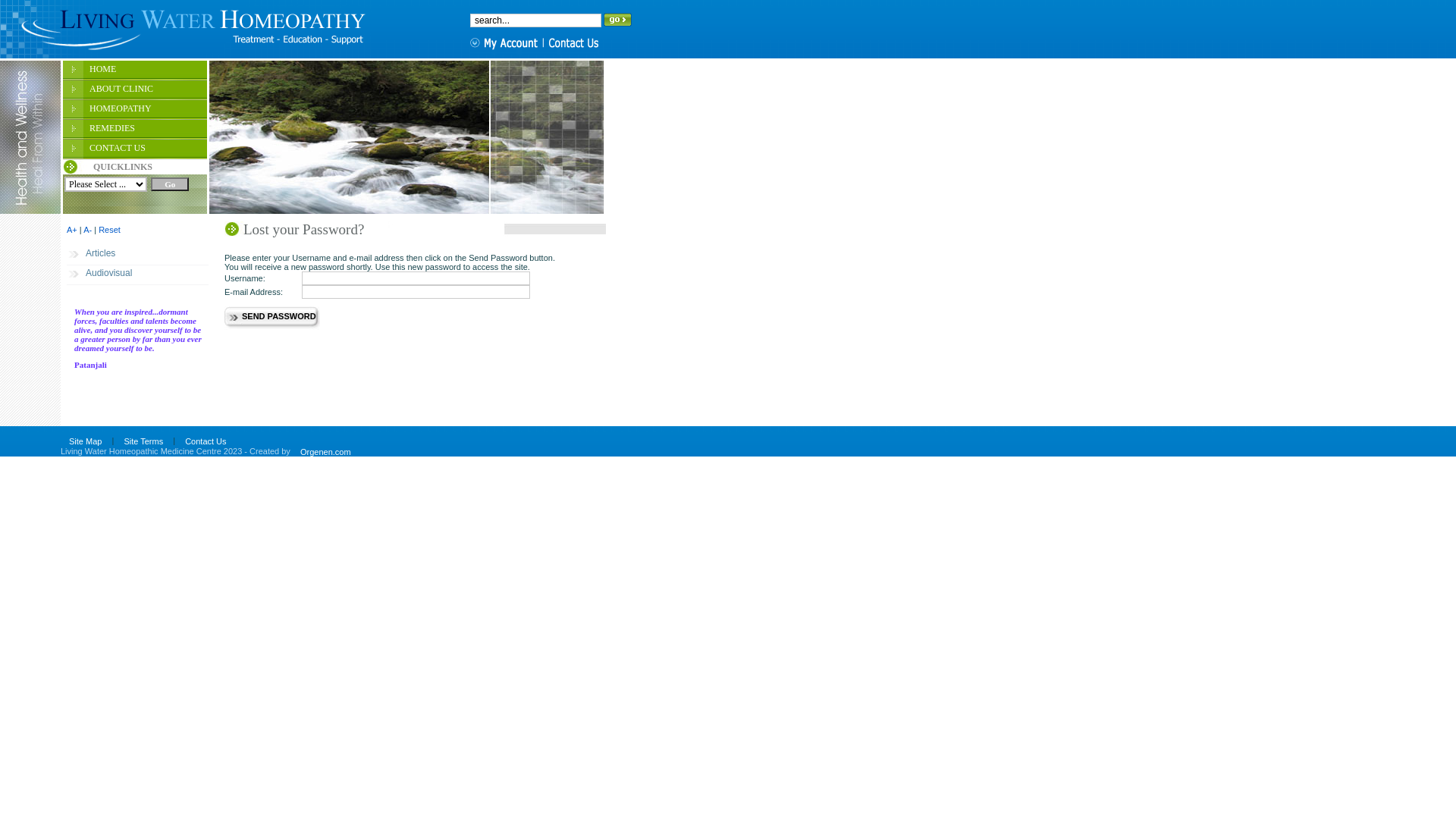 This screenshot has height=819, width=1456. What do you see at coordinates (65, 275) in the screenshot?
I see `'Audiovisual'` at bounding box center [65, 275].